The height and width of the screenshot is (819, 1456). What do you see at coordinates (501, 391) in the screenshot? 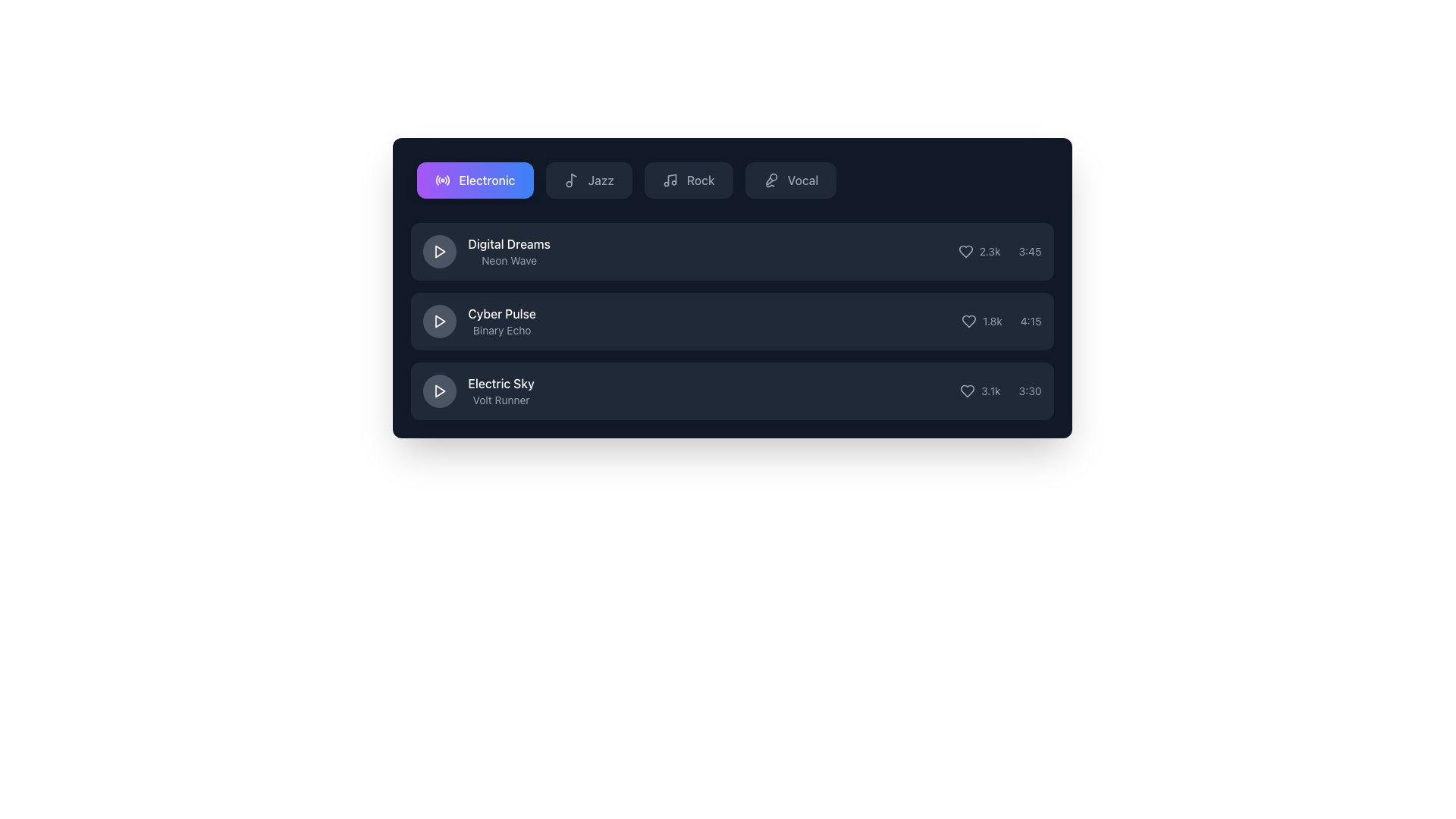
I see `the text label displaying 'Electric Sky' and 'Volt Runner'` at bounding box center [501, 391].